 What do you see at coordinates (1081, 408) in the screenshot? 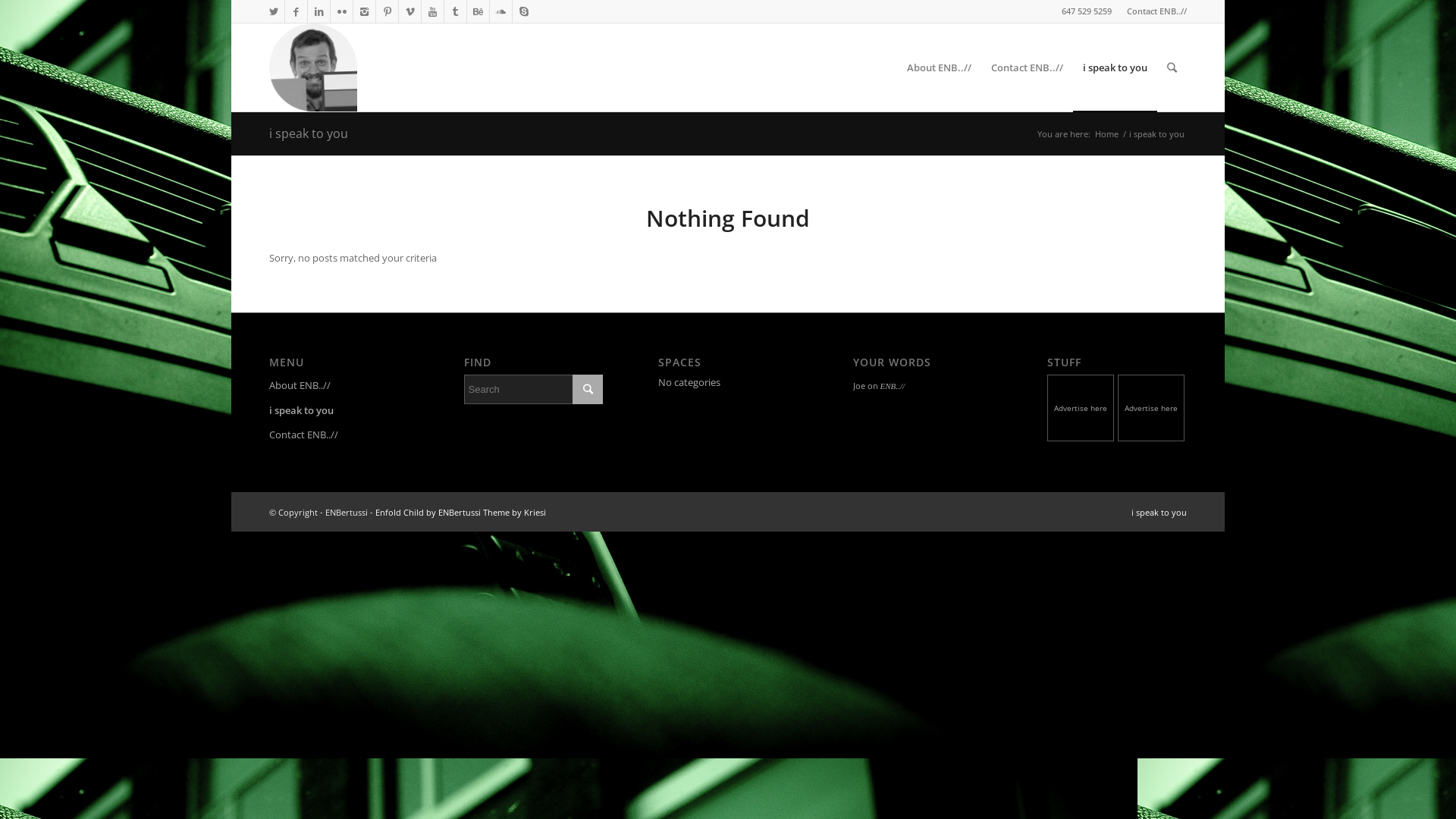
I see `'Advertise here'` at bounding box center [1081, 408].